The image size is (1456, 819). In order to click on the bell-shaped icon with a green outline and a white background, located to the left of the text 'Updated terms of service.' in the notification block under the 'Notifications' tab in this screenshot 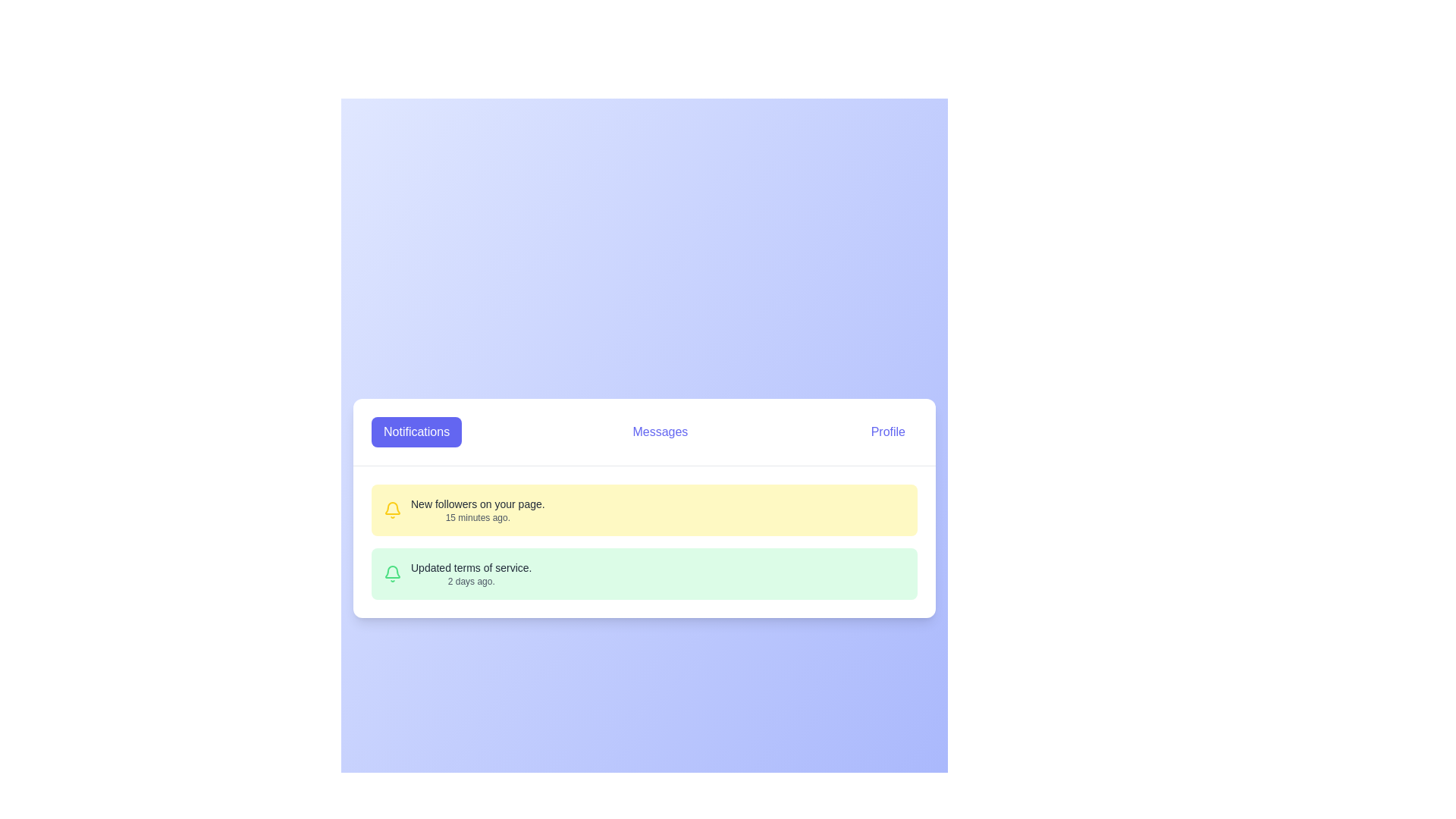, I will do `click(393, 573)`.